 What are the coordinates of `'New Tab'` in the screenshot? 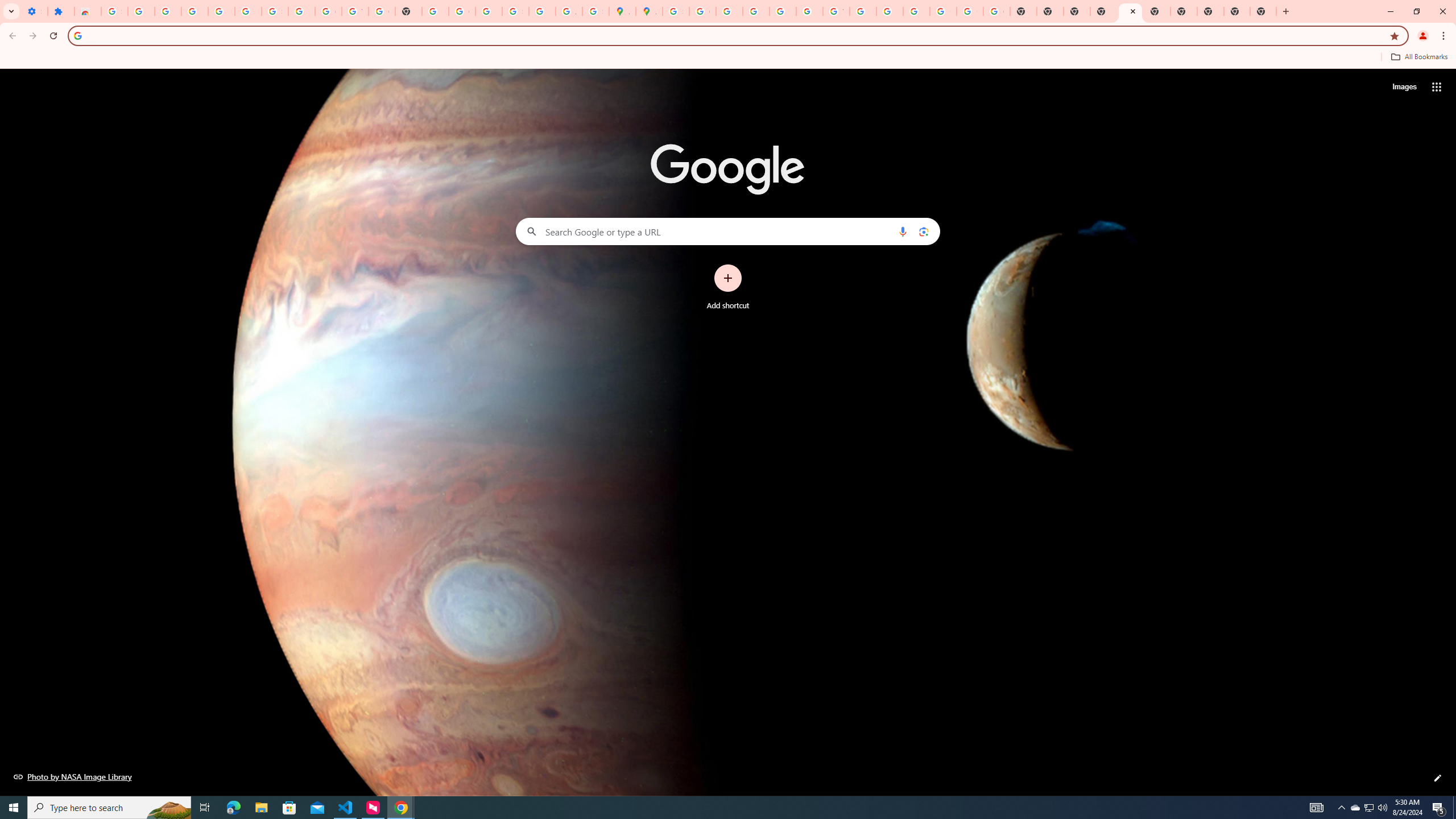 It's located at (1262, 11).